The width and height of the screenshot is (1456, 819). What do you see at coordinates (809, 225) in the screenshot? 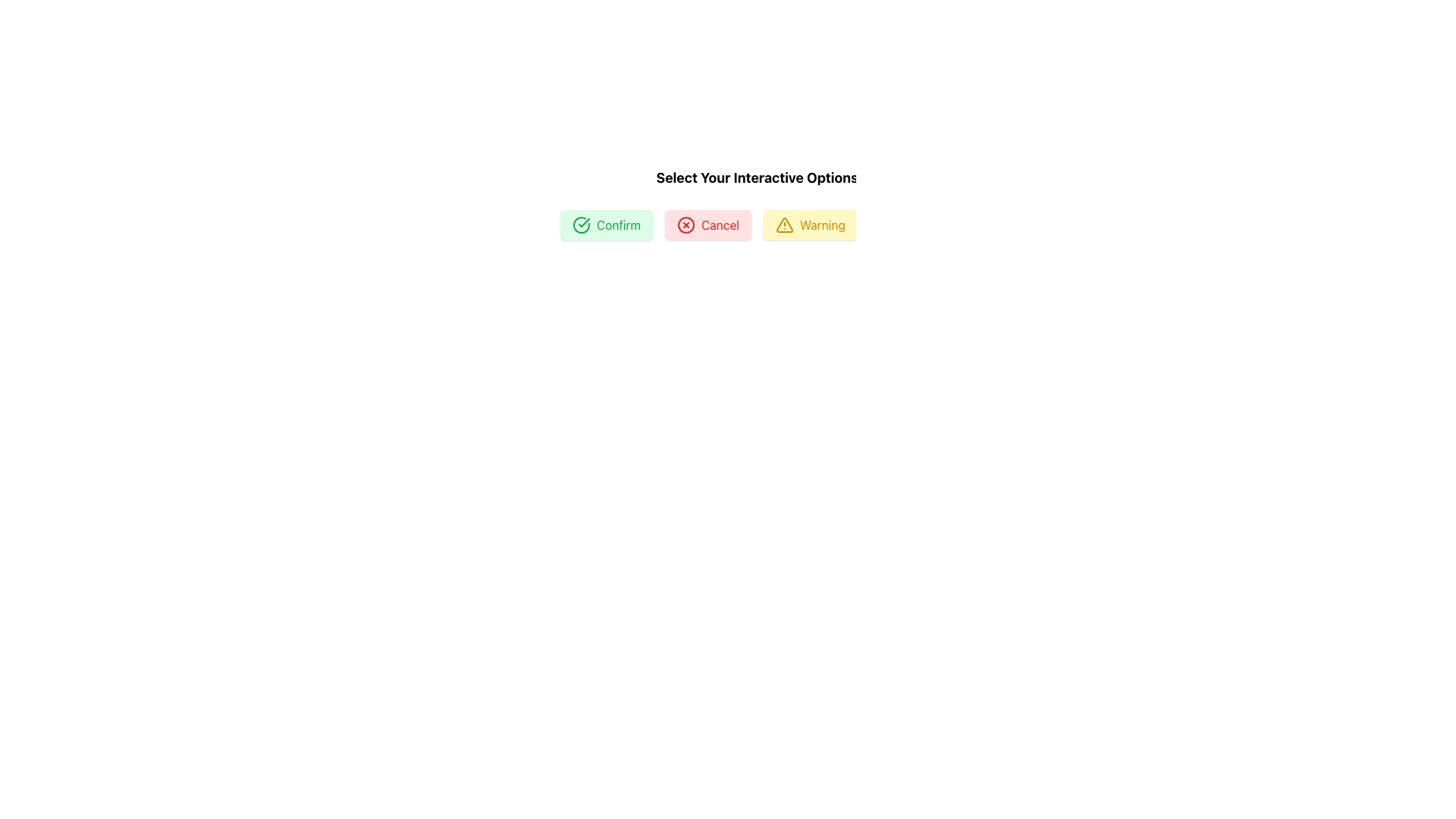
I see `the third button in a horizontal group to observe any hover effects, such as color change, located between the 'Cancel' and 'Protect' buttons` at bounding box center [809, 225].